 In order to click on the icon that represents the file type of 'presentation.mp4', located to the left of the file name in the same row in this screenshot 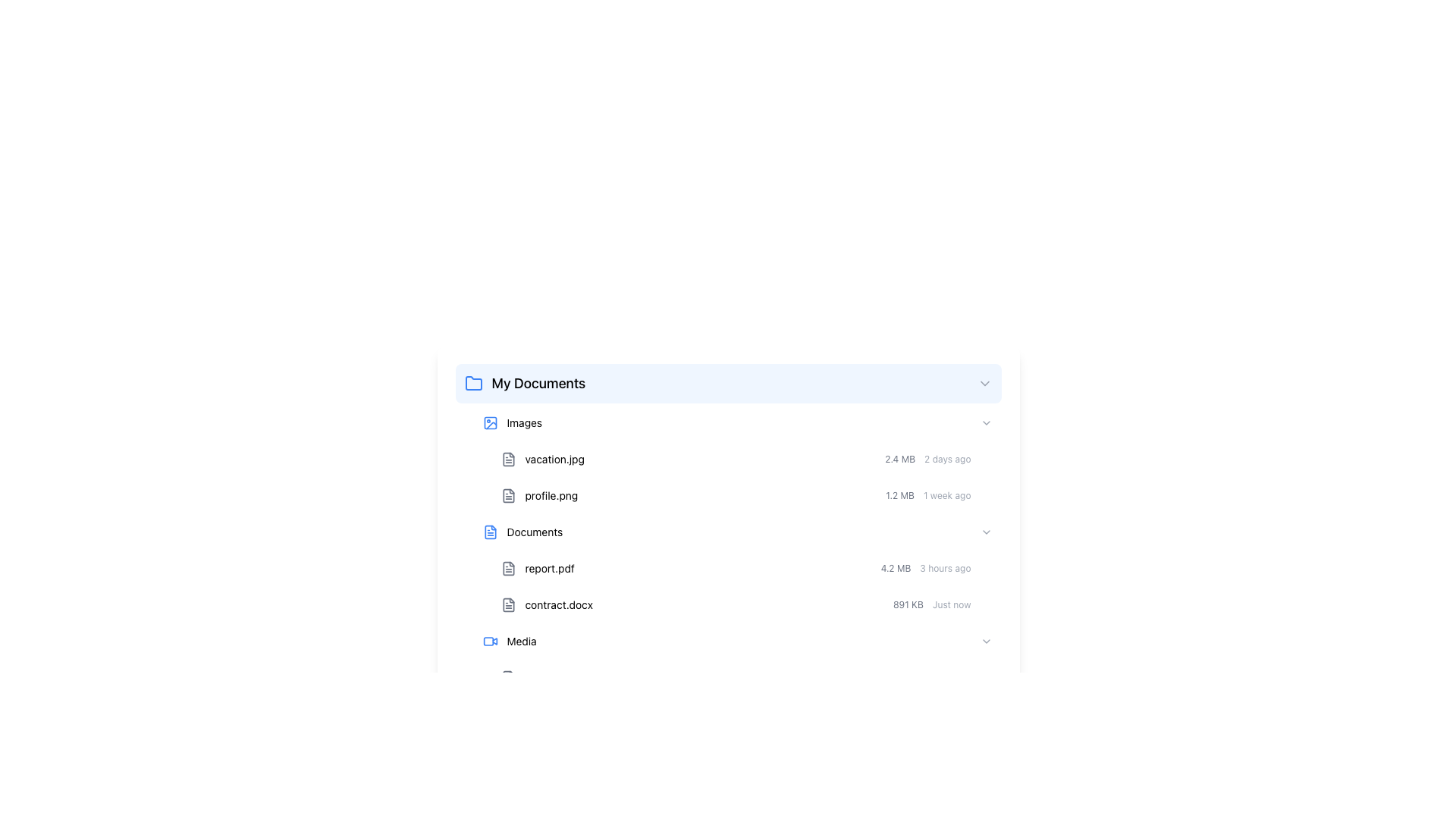, I will do `click(508, 677)`.